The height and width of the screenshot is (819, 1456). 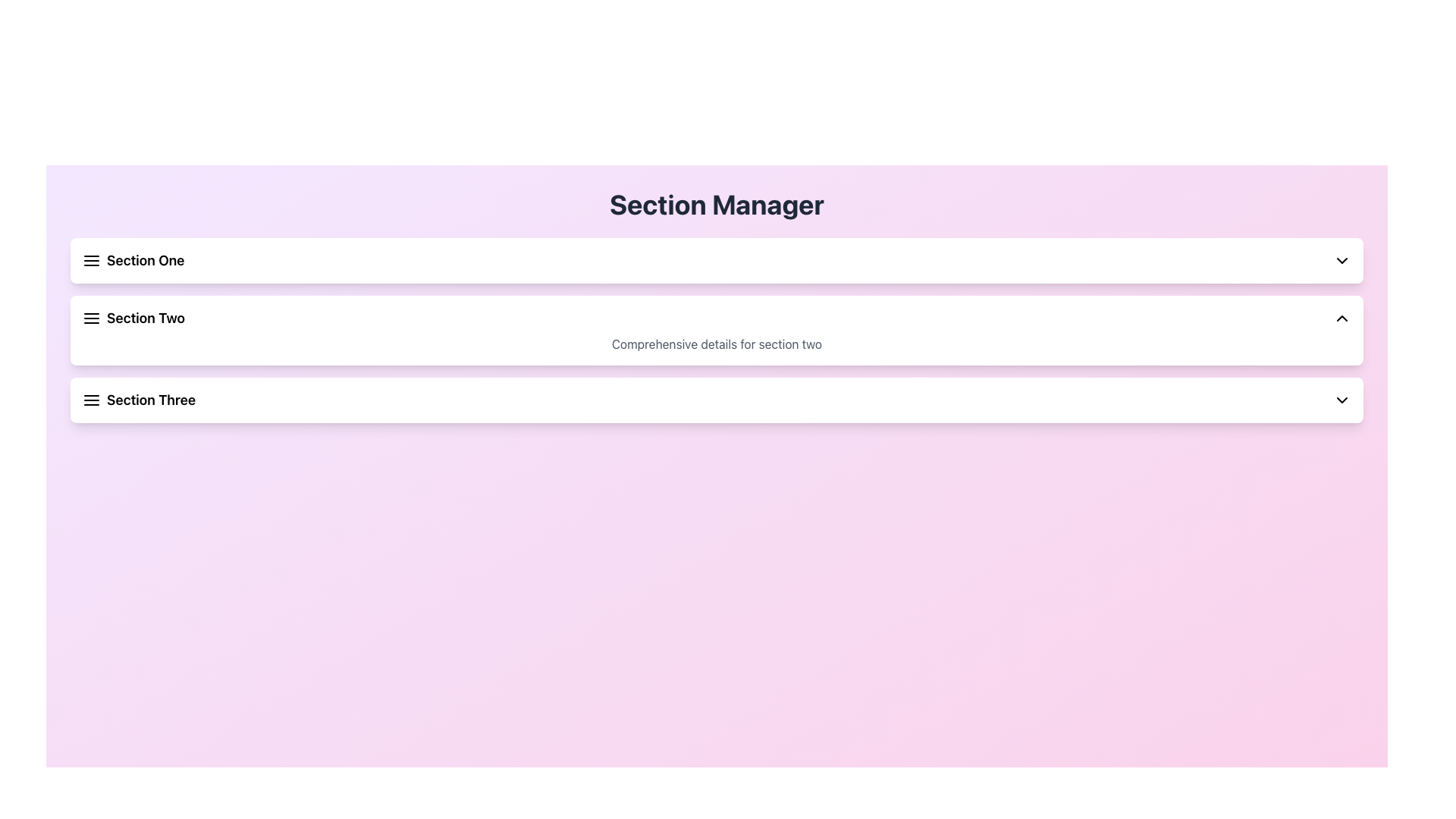 What do you see at coordinates (1342, 318) in the screenshot?
I see `the toggle icon button located at the upper-right corner of the 'Section Two' header` at bounding box center [1342, 318].